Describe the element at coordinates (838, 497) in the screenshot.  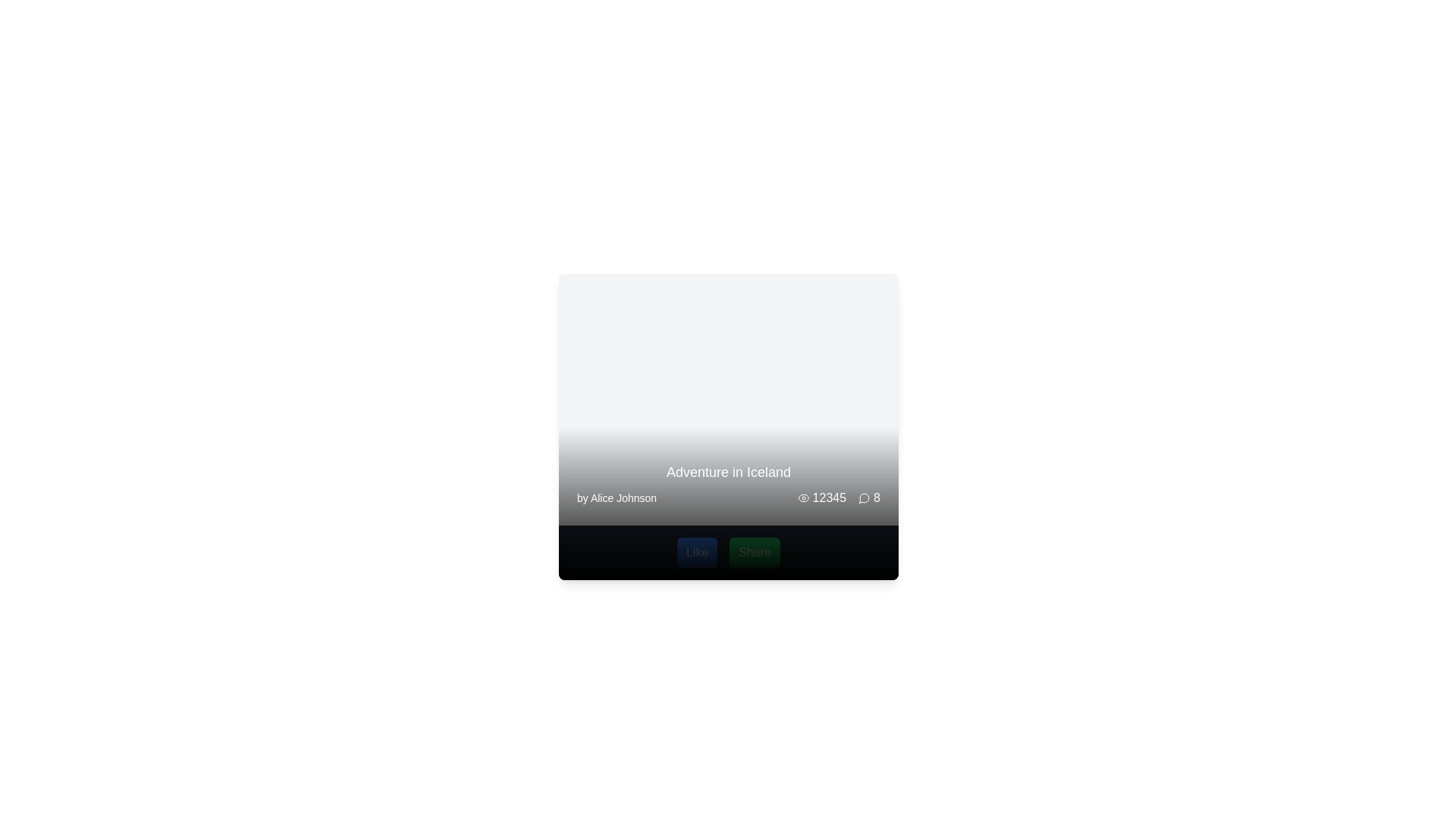
I see `the informational display component that shows the view count with an eye icon and comment count with a speech bubble icon, located in the bottom-right section of the interface, immediately after the author information 'by Alice Johnson'` at that location.